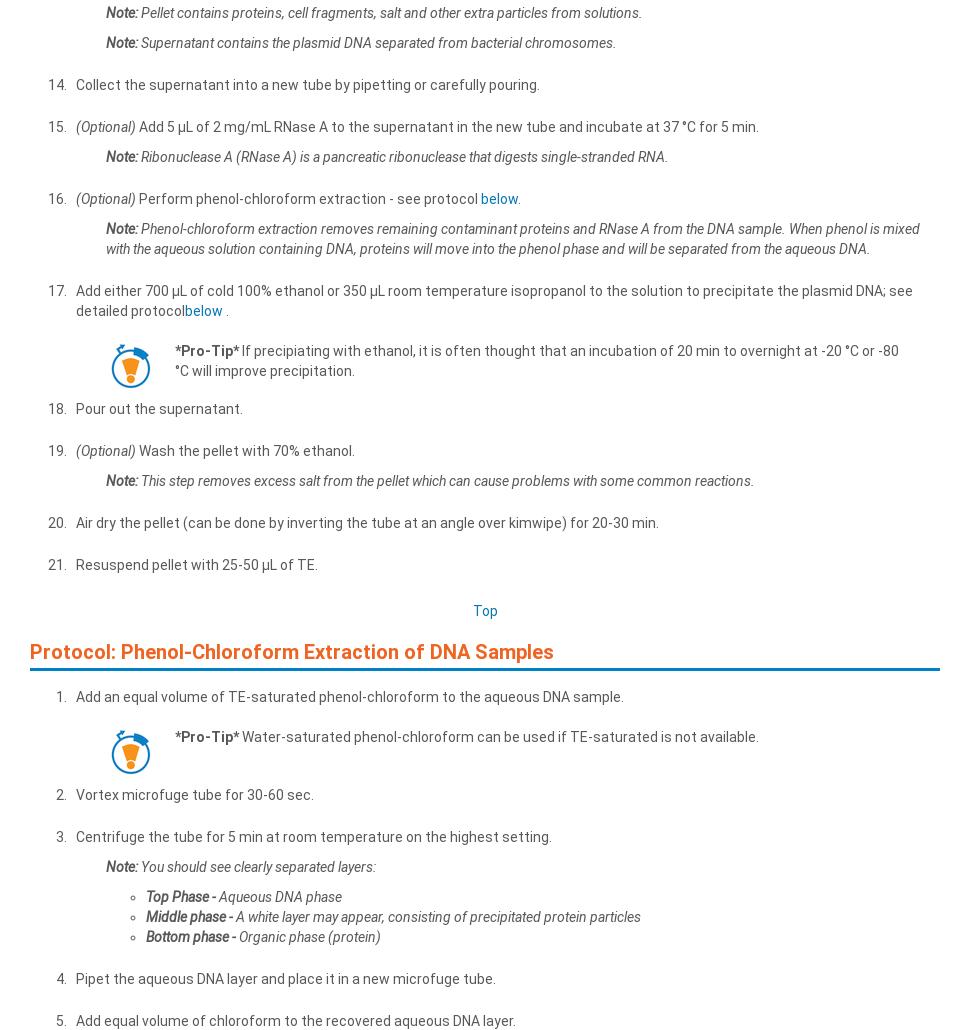  Describe the element at coordinates (255, 866) in the screenshot. I see `'You should see clearly separated layers:'` at that location.